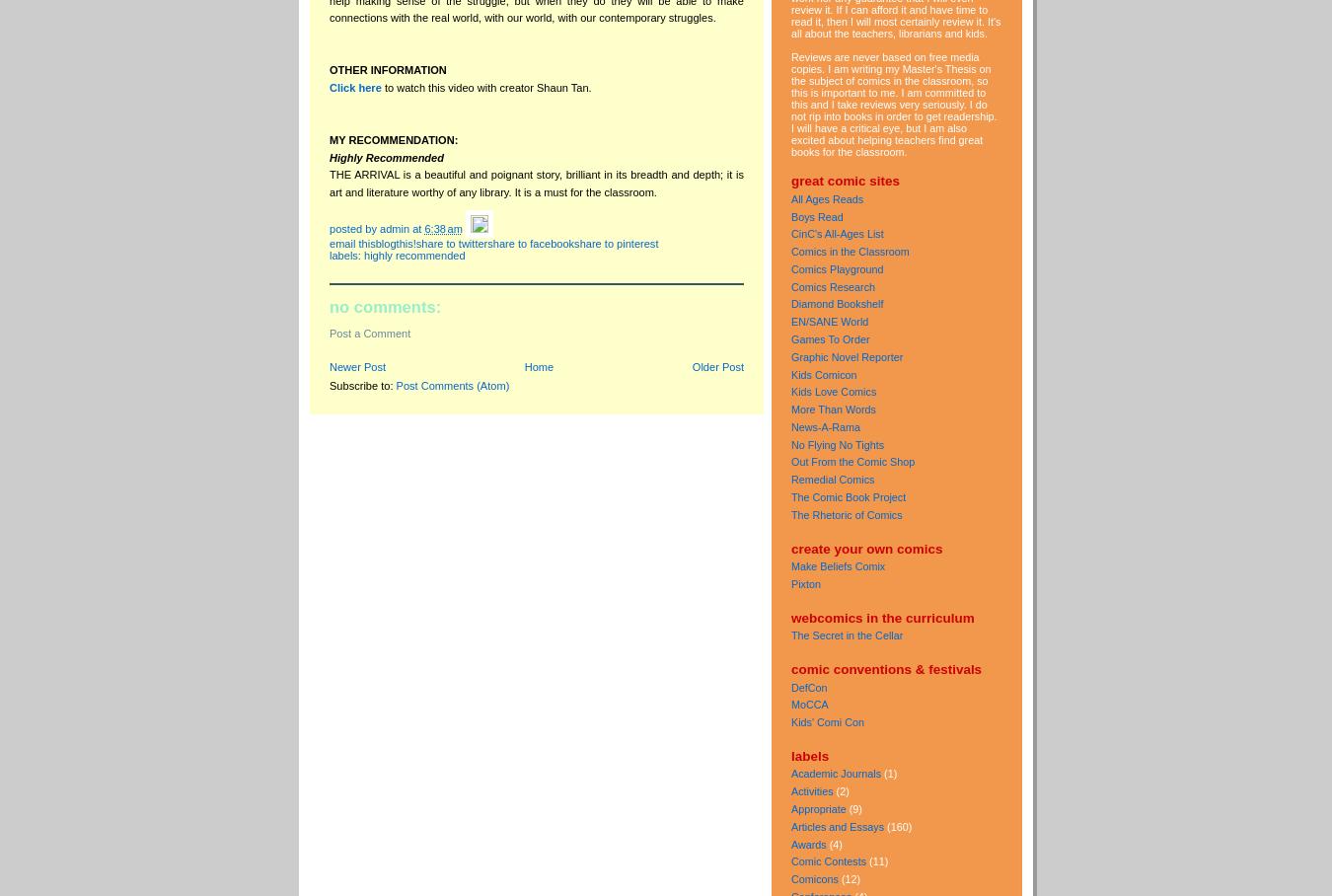  Describe the element at coordinates (484, 85) in the screenshot. I see `'to watch this video with creator Shaun Tan.'` at that location.